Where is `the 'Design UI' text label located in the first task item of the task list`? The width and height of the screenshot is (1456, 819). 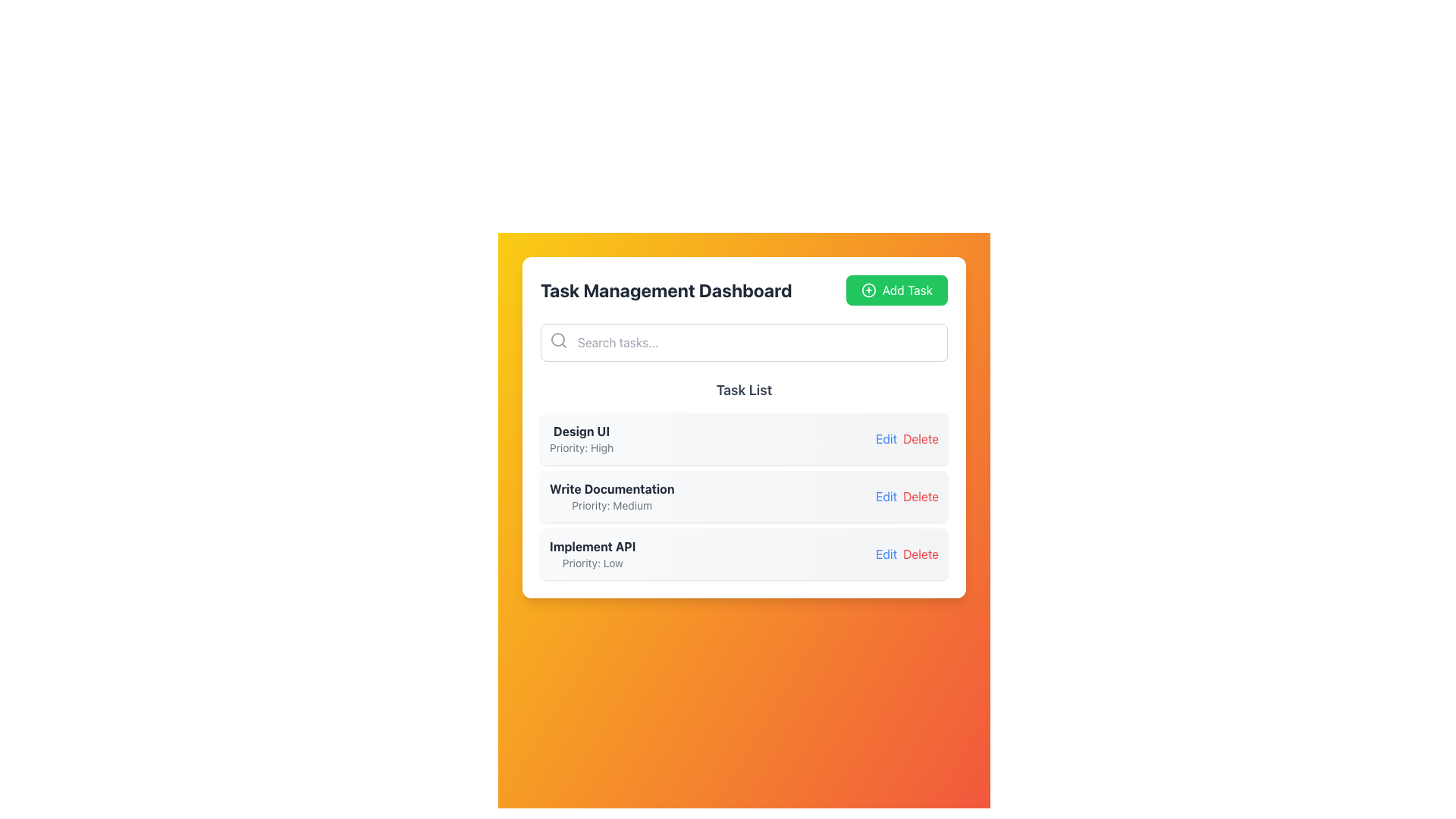
the 'Design UI' text label located in the first task item of the task list is located at coordinates (581, 438).